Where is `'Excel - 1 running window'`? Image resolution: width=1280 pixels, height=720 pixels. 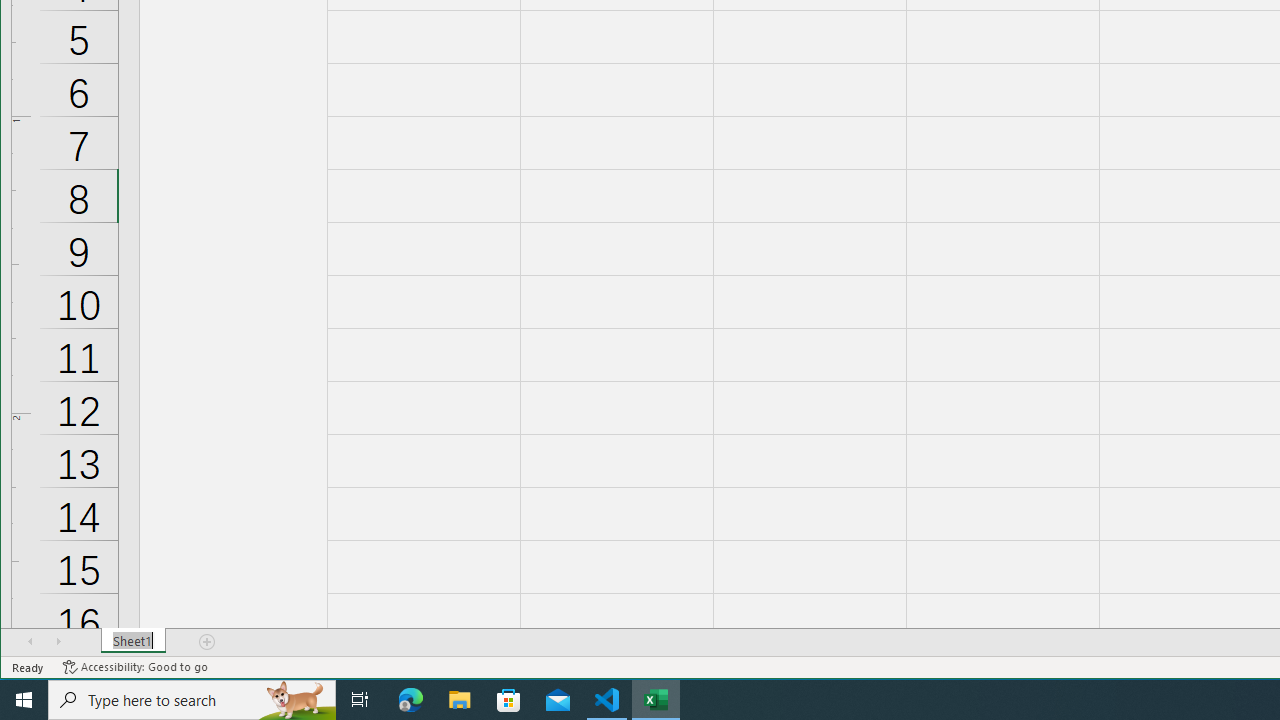 'Excel - 1 running window' is located at coordinates (656, 698).